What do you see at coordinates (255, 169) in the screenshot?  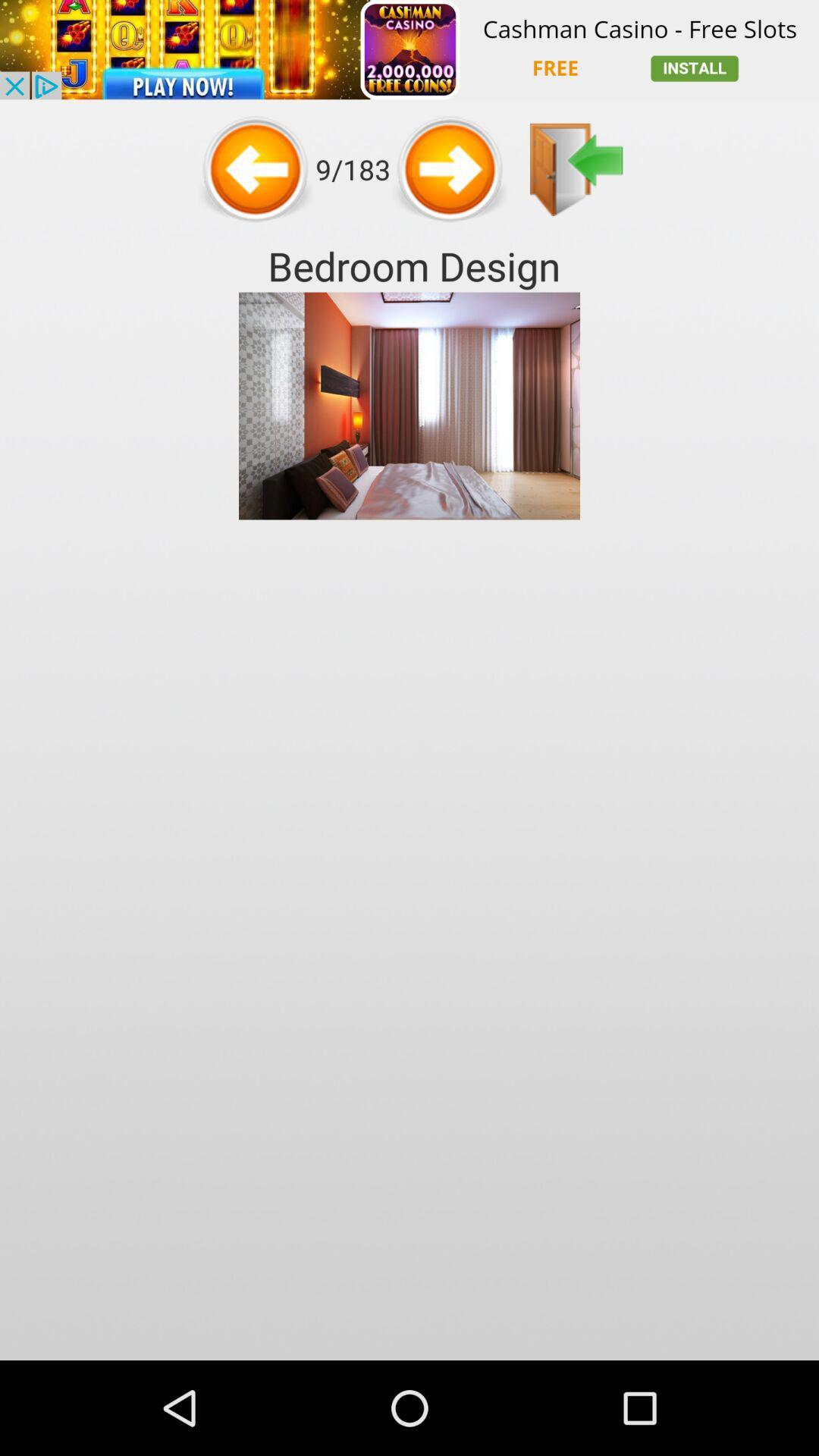 I see `previous page` at bounding box center [255, 169].